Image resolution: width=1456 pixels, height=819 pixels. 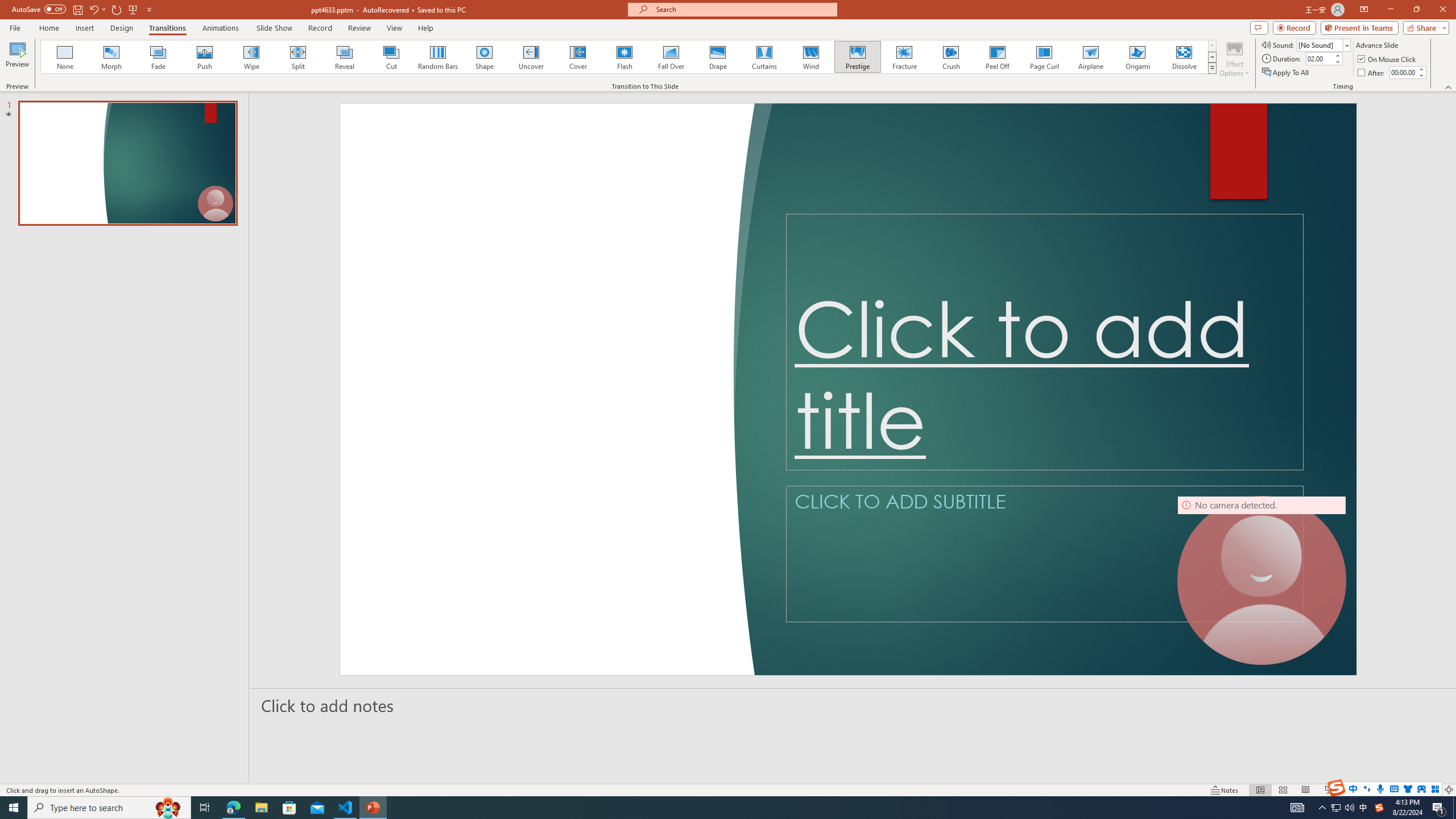 I want to click on 'Fade', so click(x=158, y=56).